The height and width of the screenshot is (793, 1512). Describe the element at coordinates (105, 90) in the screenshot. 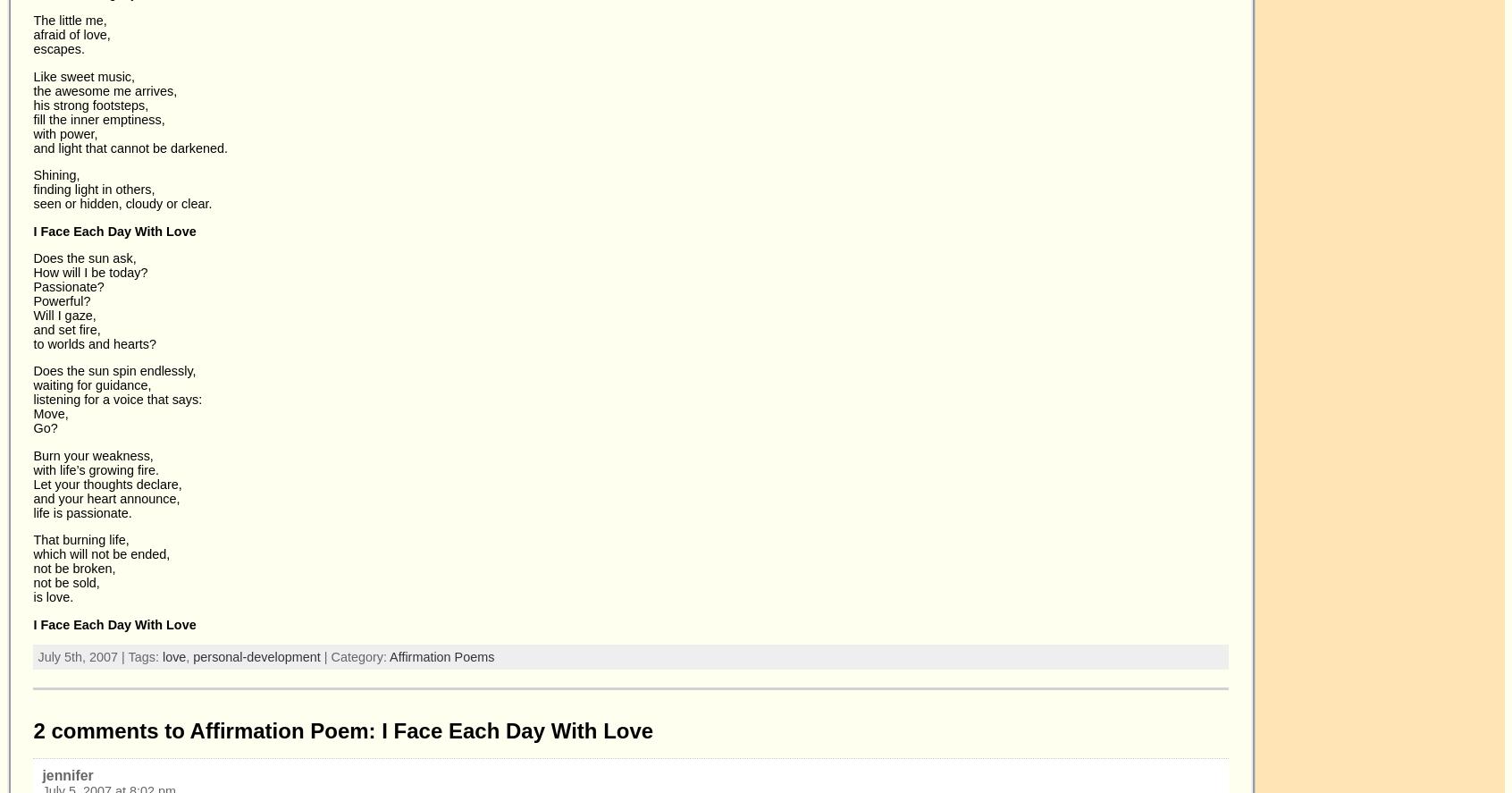

I see `'the awesome  me arrives,'` at that location.